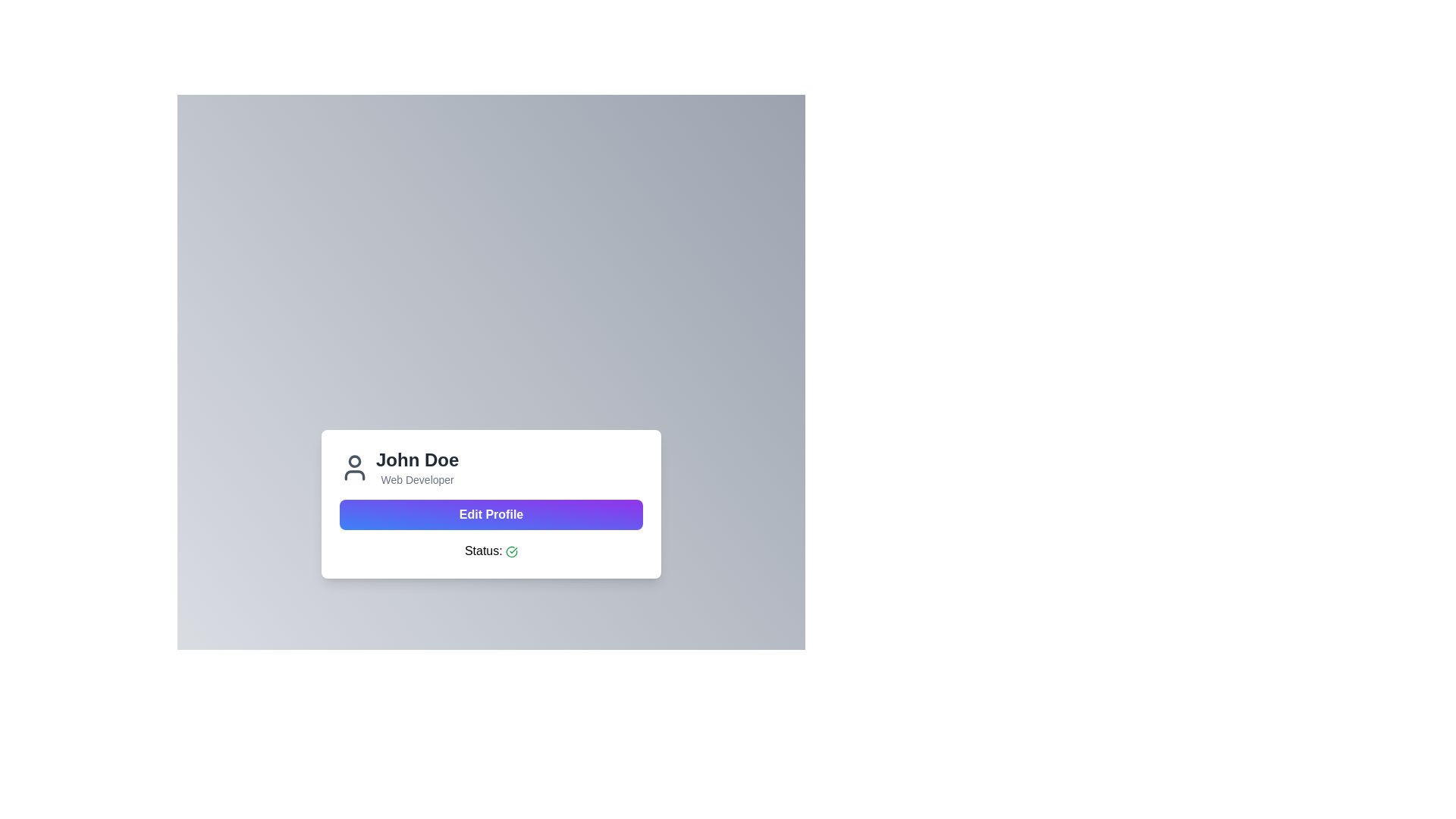 This screenshot has width=1456, height=819. I want to click on the edit profile button located below the name 'John Doe' and the title 'Web Developer', above the text 'Status:', by, so click(491, 513).